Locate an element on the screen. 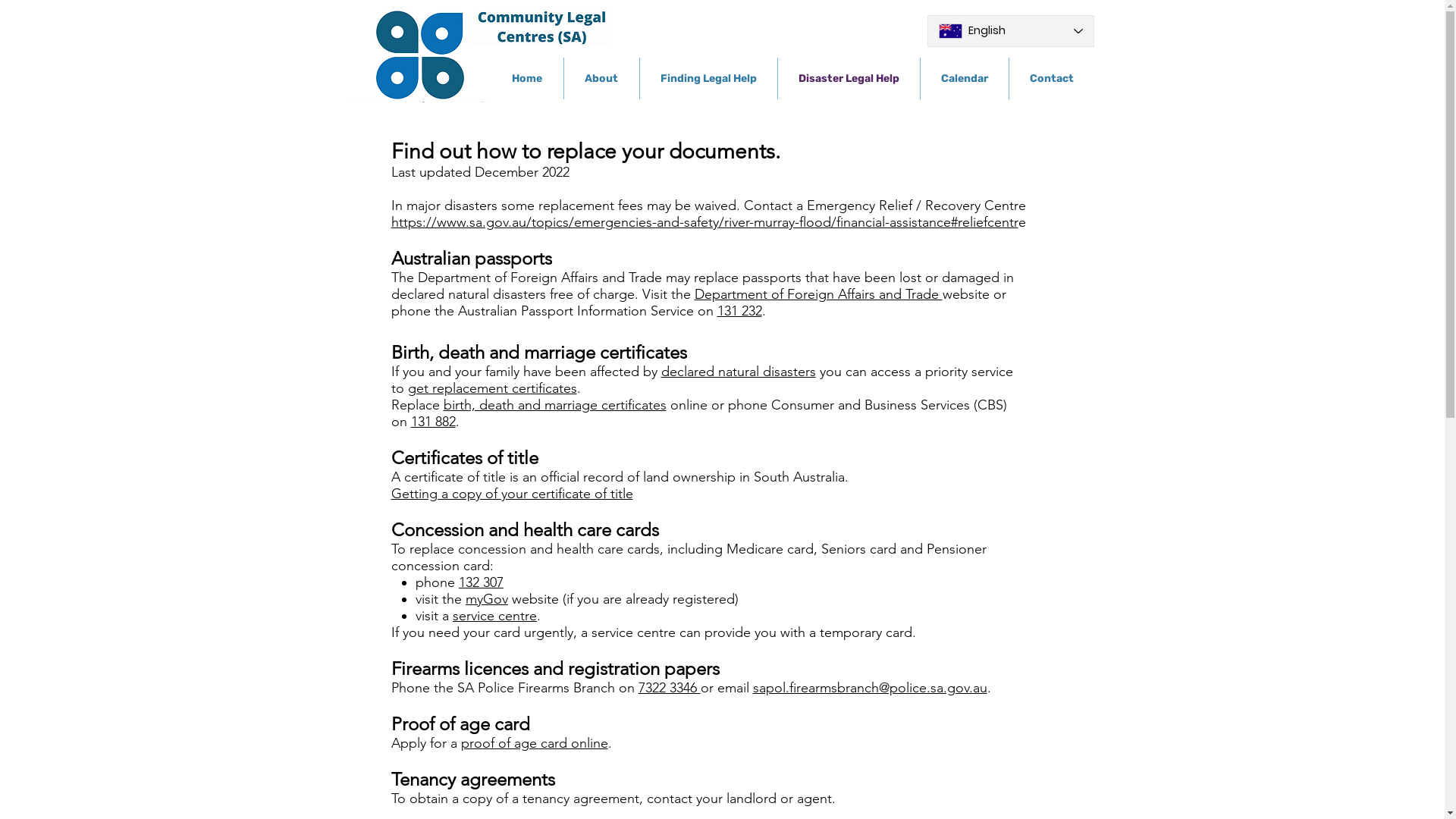  'Calendar' is located at coordinates (964, 78).